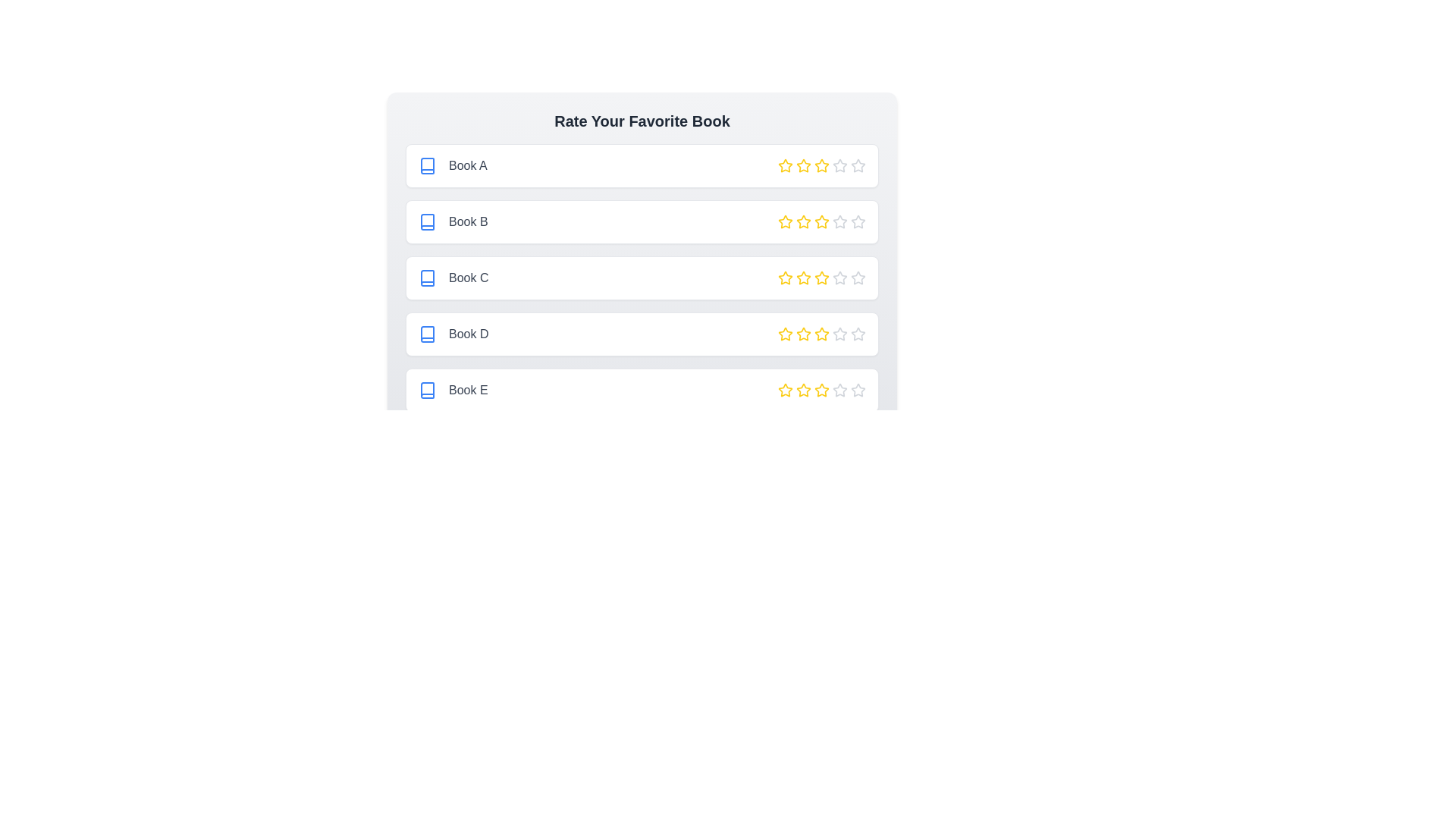  What do you see at coordinates (821, 333) in the screenshot?
I see `the star corresponding to 3 stars for the book titled Book D` at bounding box center [821, 333].